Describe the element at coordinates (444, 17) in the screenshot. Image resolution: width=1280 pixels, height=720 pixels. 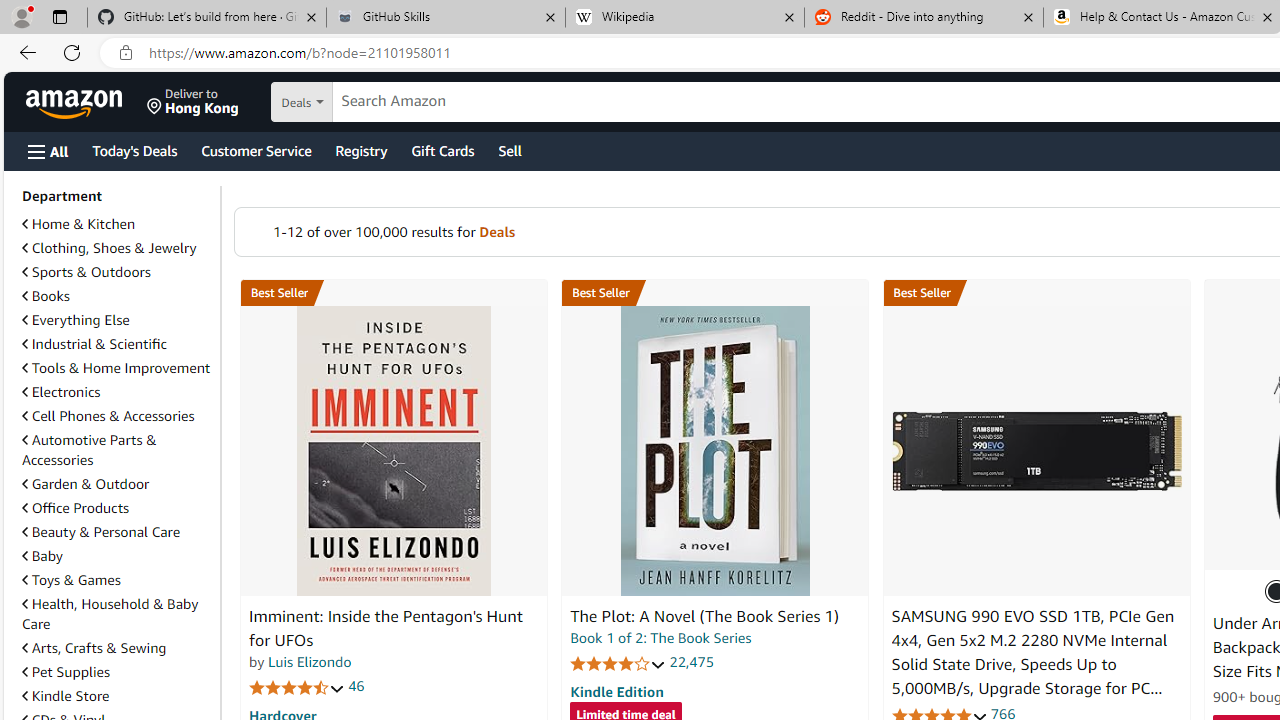
I see `'GitHub Skills'` at that location.